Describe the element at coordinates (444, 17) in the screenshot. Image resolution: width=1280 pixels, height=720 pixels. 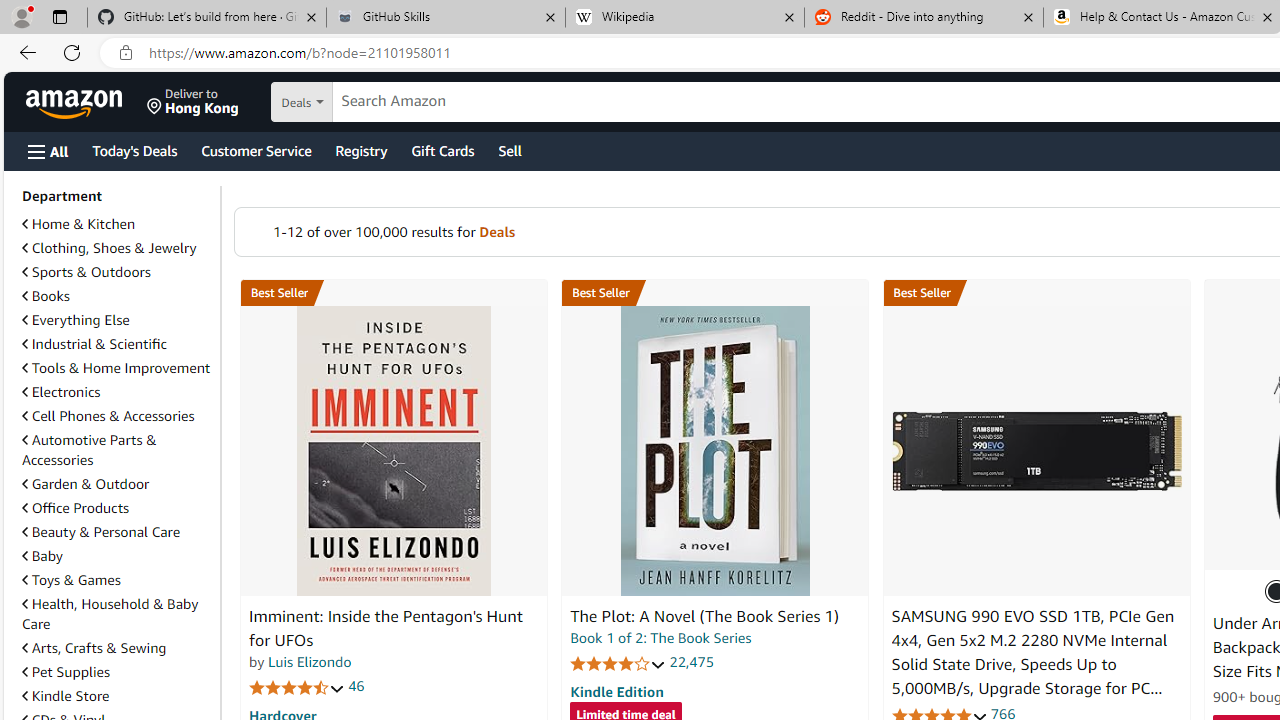
I see `'GitHub Skills'` at that location.